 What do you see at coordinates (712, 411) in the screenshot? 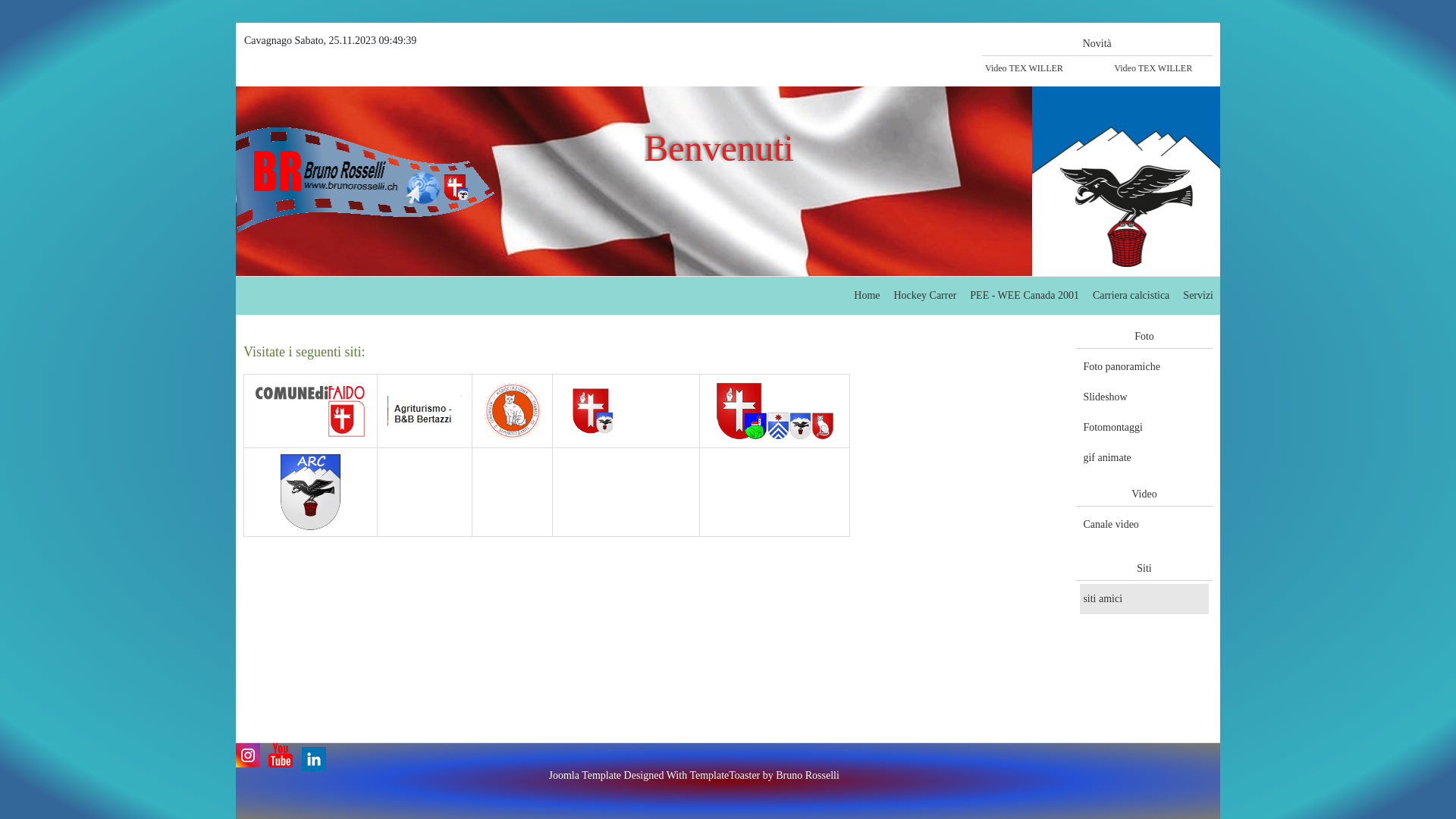
I see `'Traversa'` at bounding box center [712, 411].